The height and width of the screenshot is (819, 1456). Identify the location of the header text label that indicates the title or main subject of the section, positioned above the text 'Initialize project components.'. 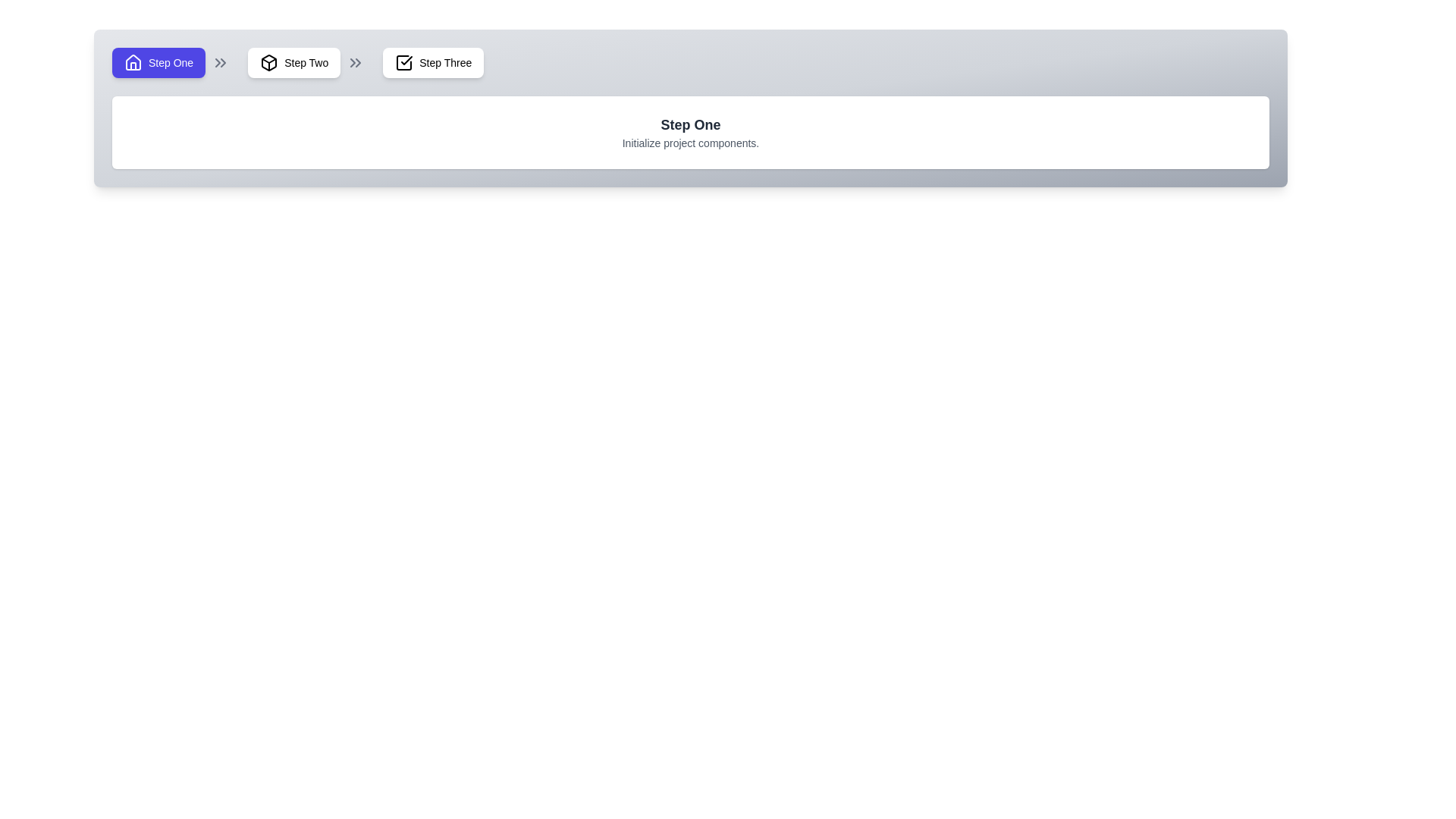
(690, 124).